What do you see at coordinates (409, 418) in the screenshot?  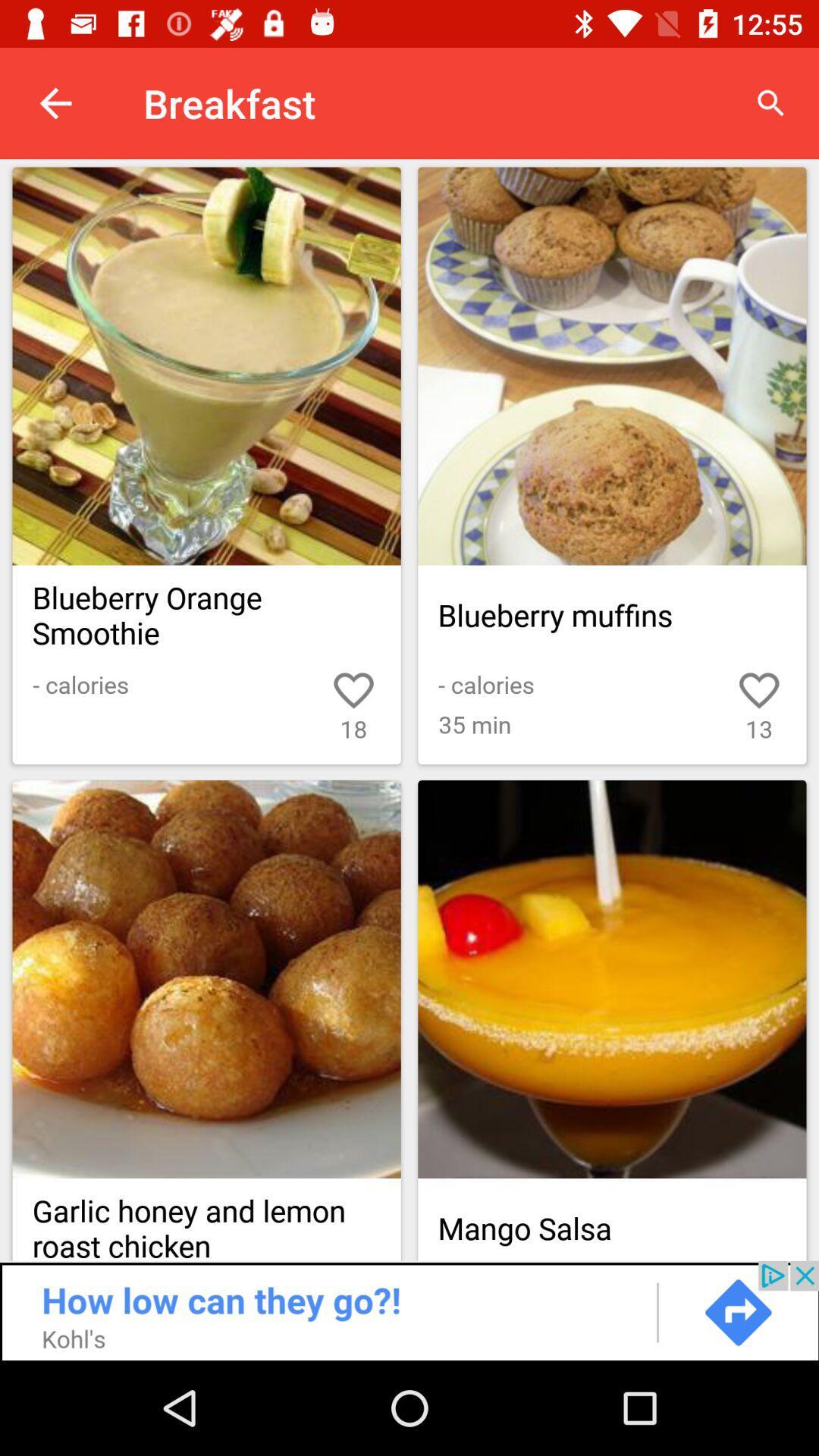 I see `shows recipes with blueberries` at bounding box center [409, 418].